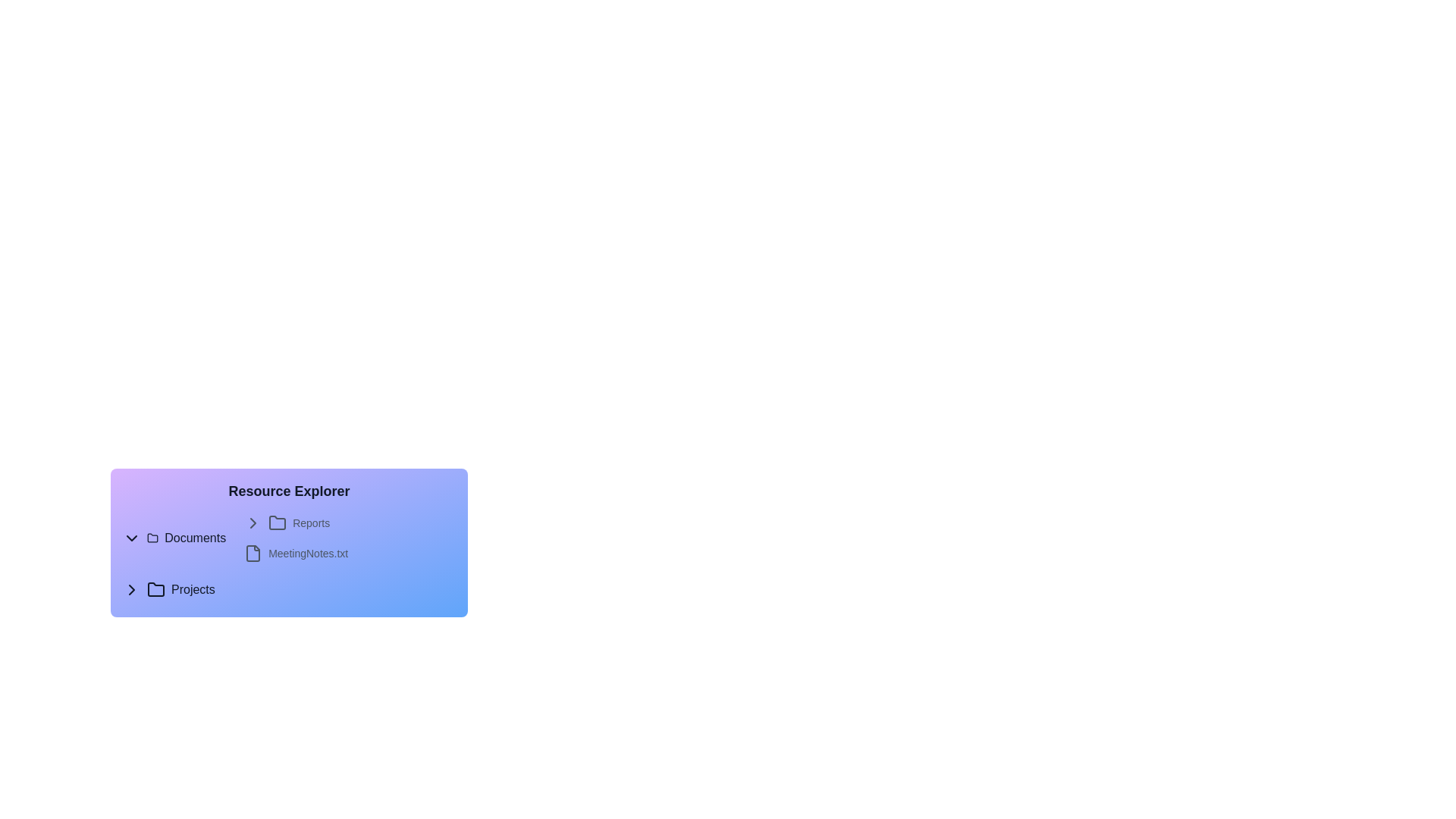 Image resolution: width=1456 pixels, height=819 pixels. I want to click on the first list item representing a folder labeled 'Reports', so click(349, 522).